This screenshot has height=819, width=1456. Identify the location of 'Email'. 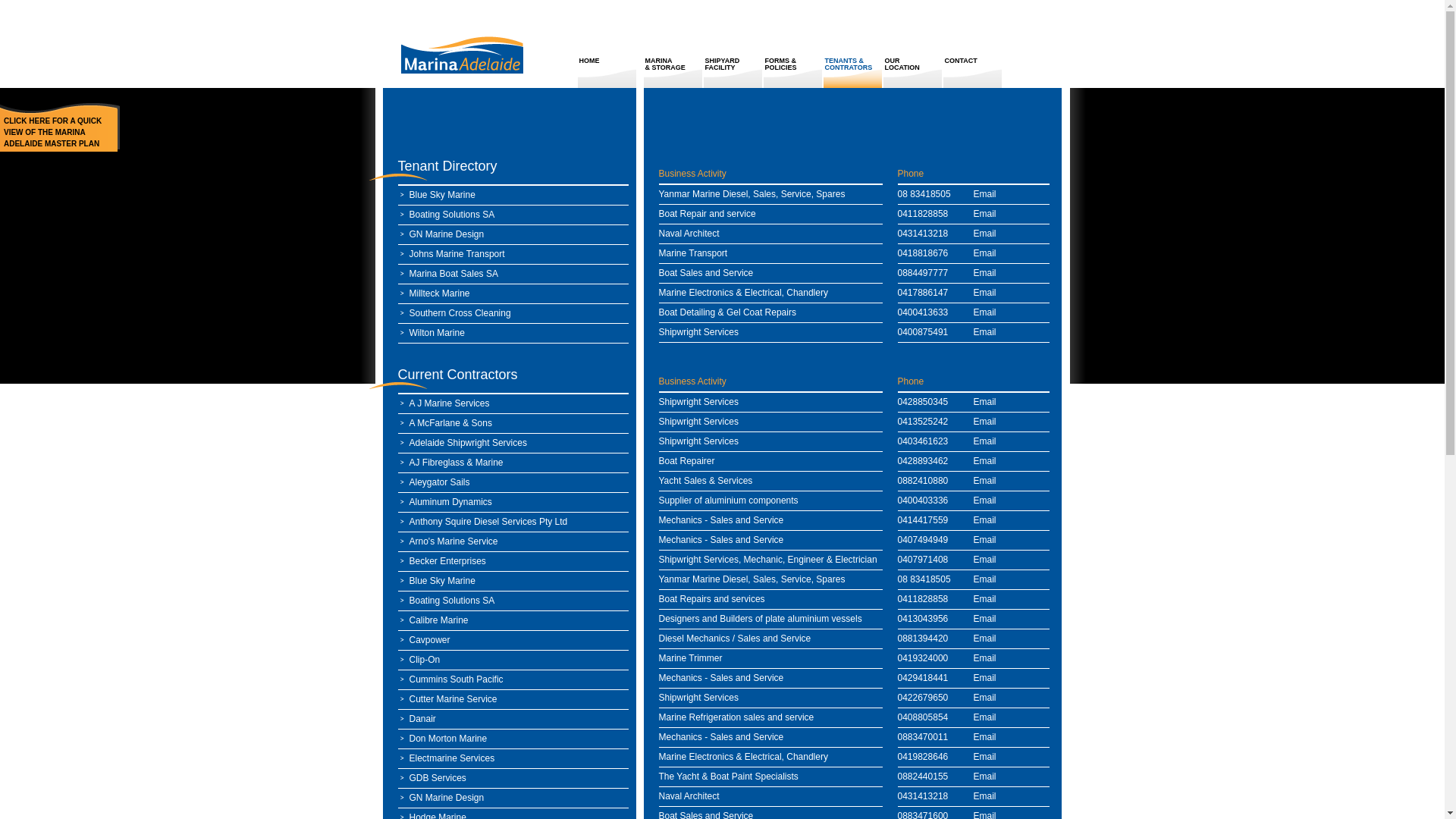
(985, 480).